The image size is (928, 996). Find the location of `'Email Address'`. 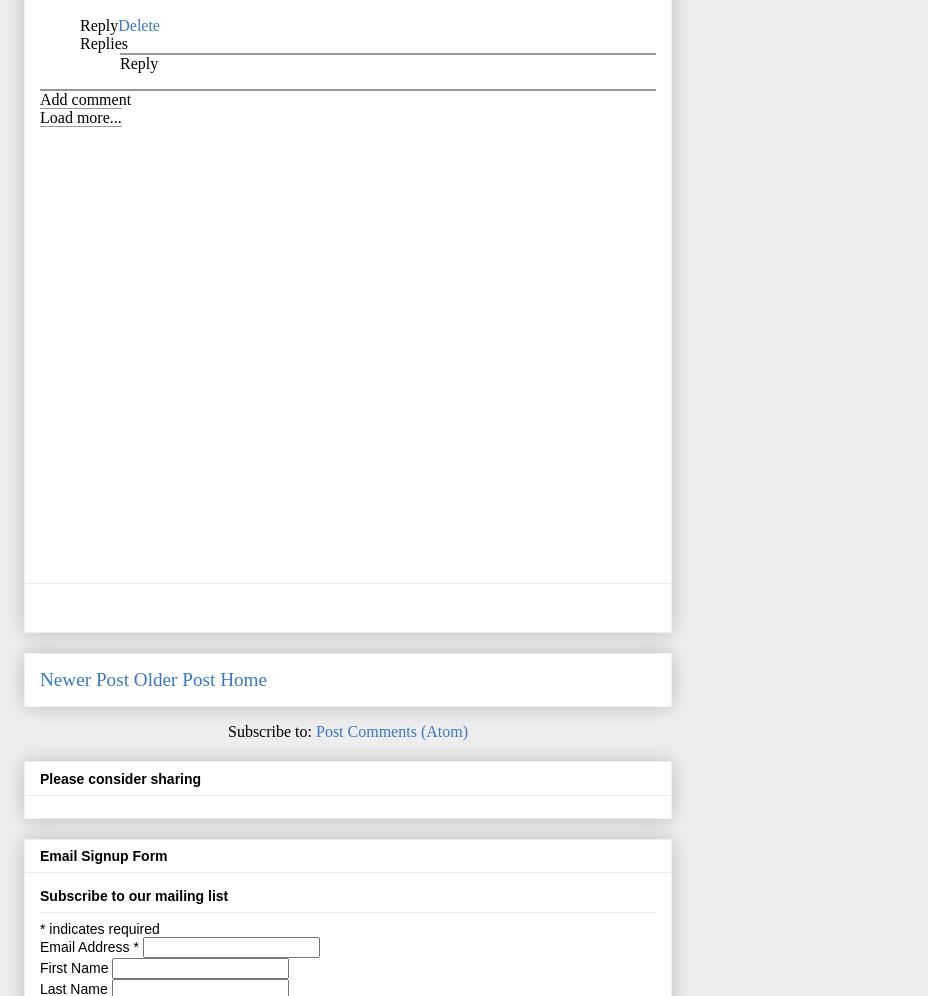

'Email Address' is located at coordinates (85, 946).